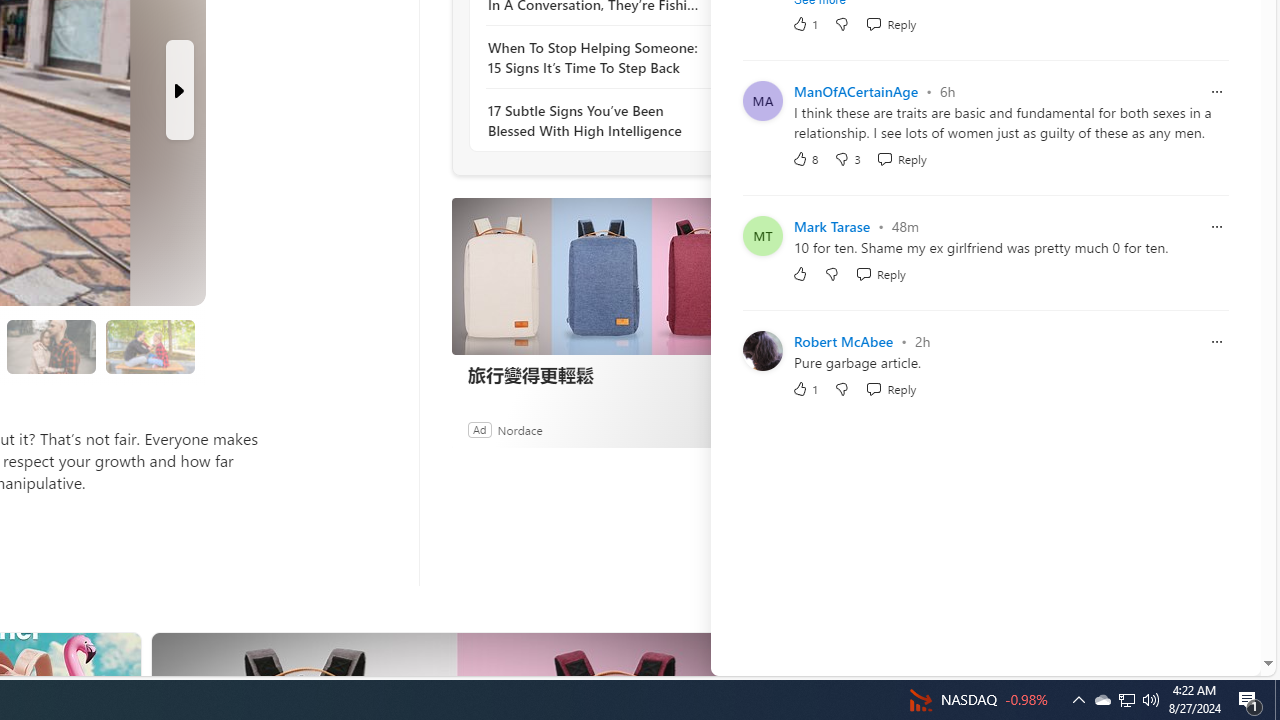 This screenshot has height=720, width=1280. Describe the element at coordinates (728, 428) in the screenshot. I see `'Ad Choice'` at that location.